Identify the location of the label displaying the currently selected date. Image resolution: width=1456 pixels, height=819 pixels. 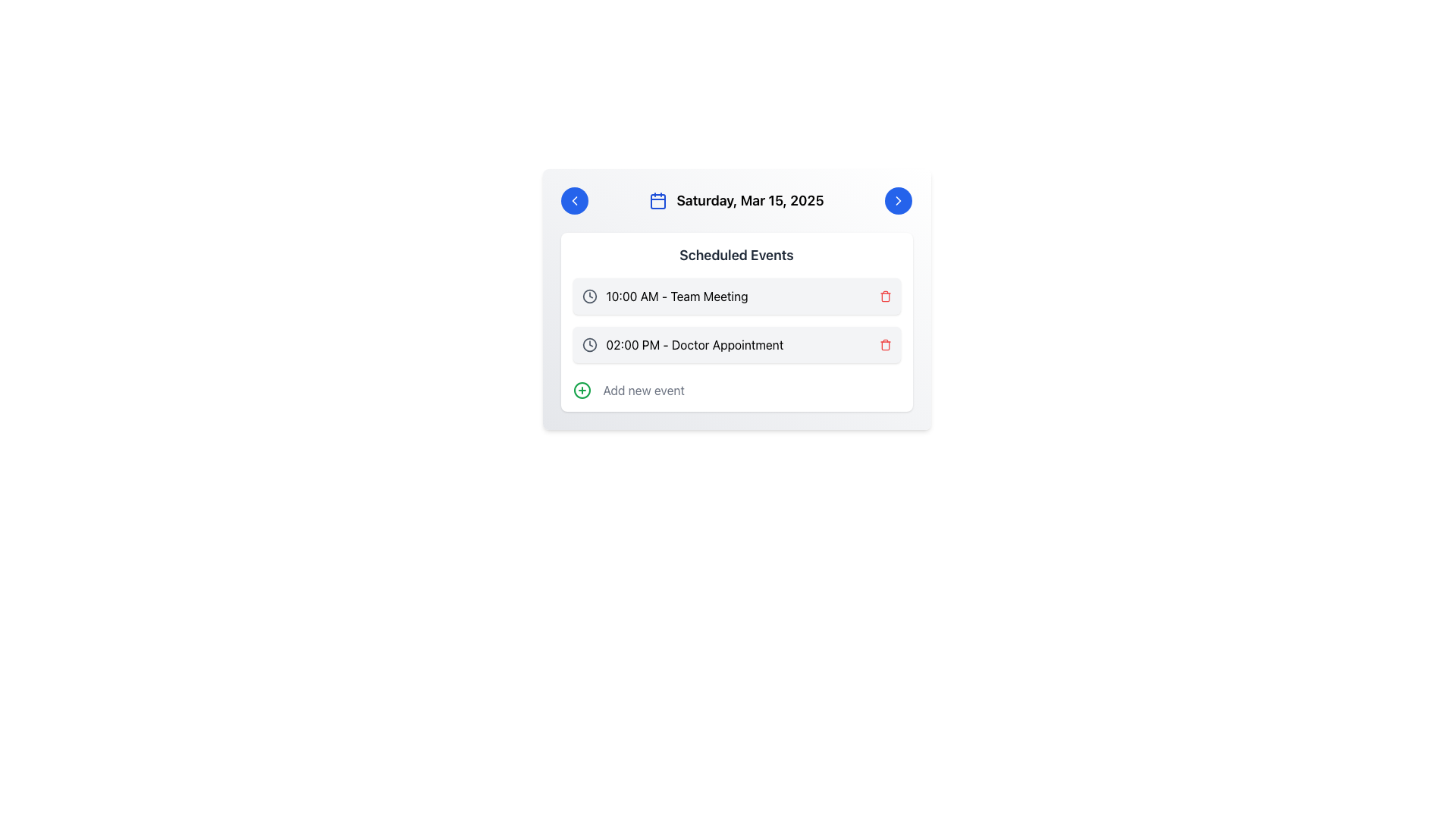
(736, 200).